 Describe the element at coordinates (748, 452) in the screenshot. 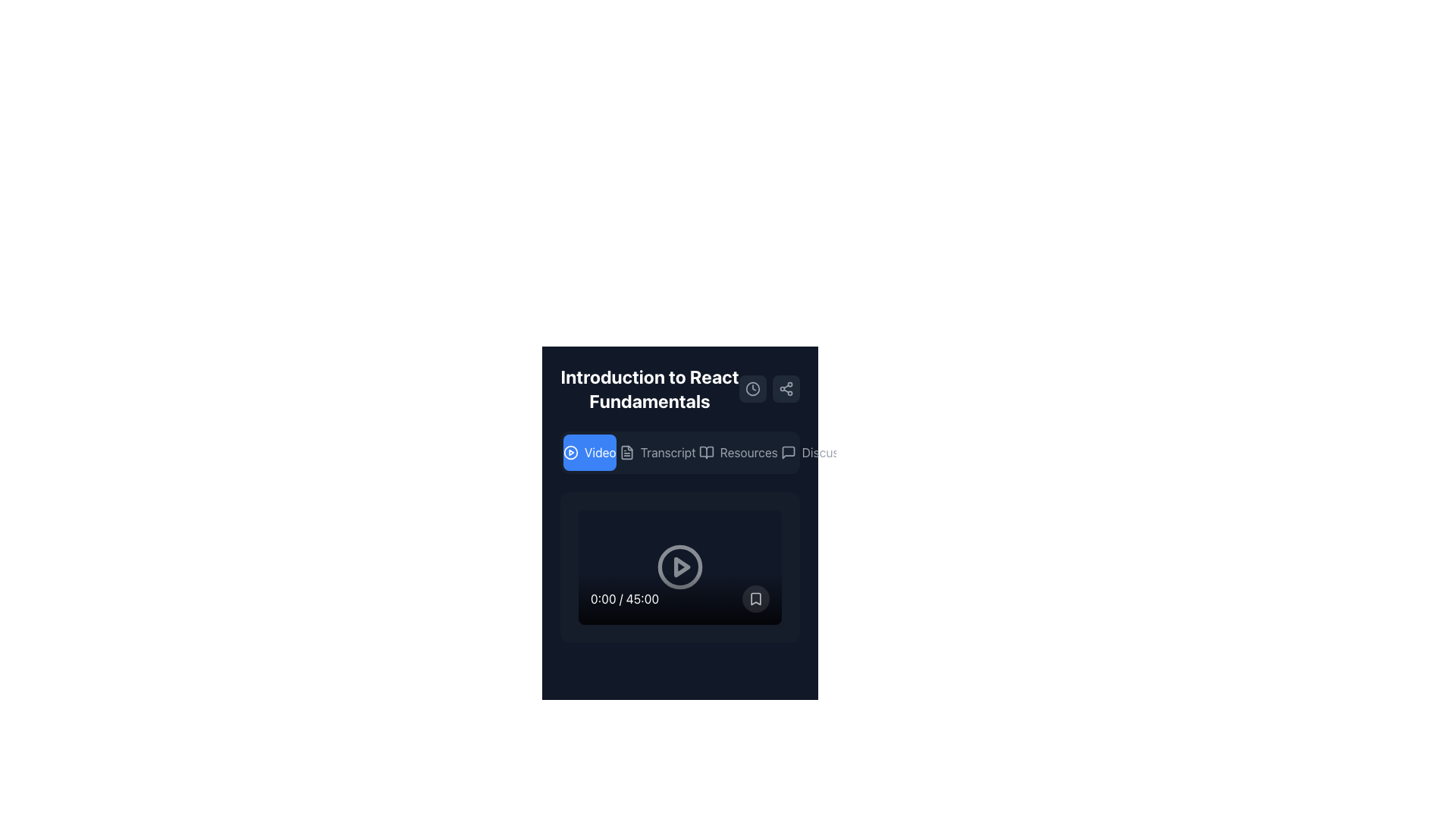

I see `the 'Resources' button in the middle-right area of the horizontal toolbar` at that location.